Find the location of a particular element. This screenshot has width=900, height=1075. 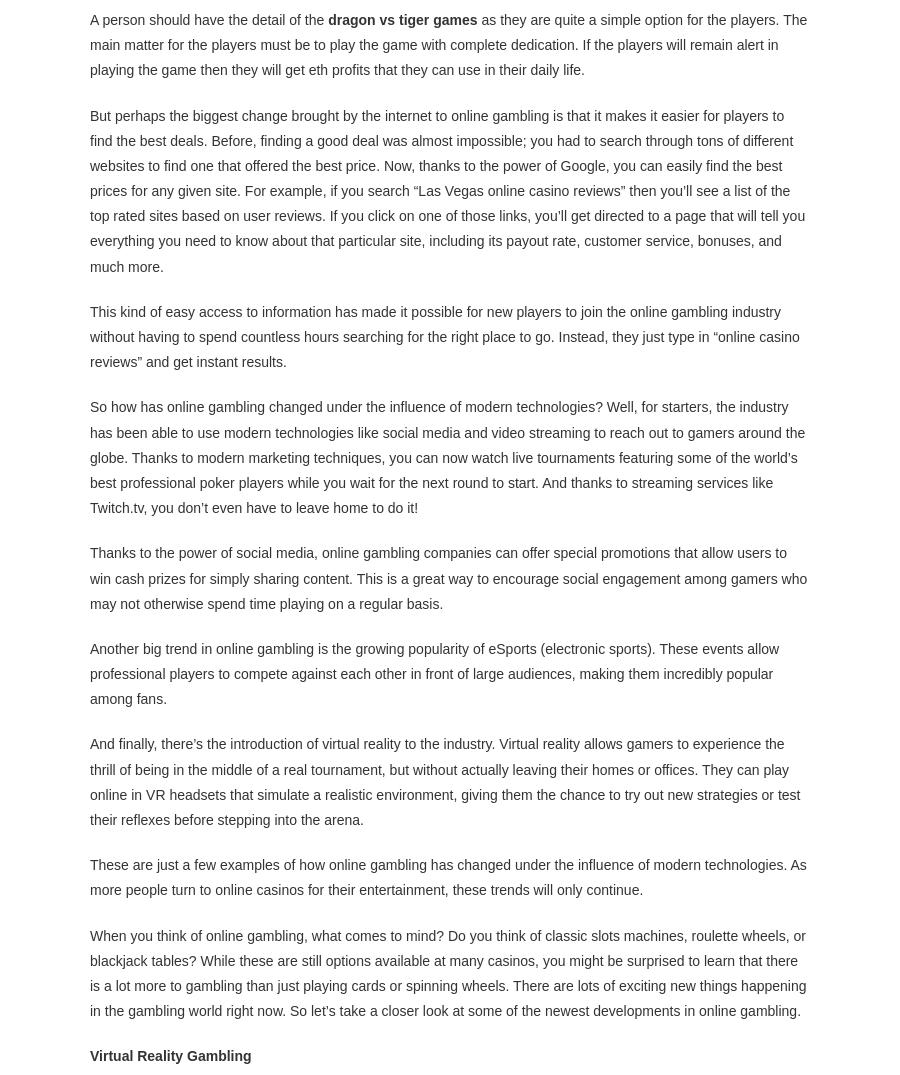

'A person should have the detail of the' is located at coordinates (208, 18).